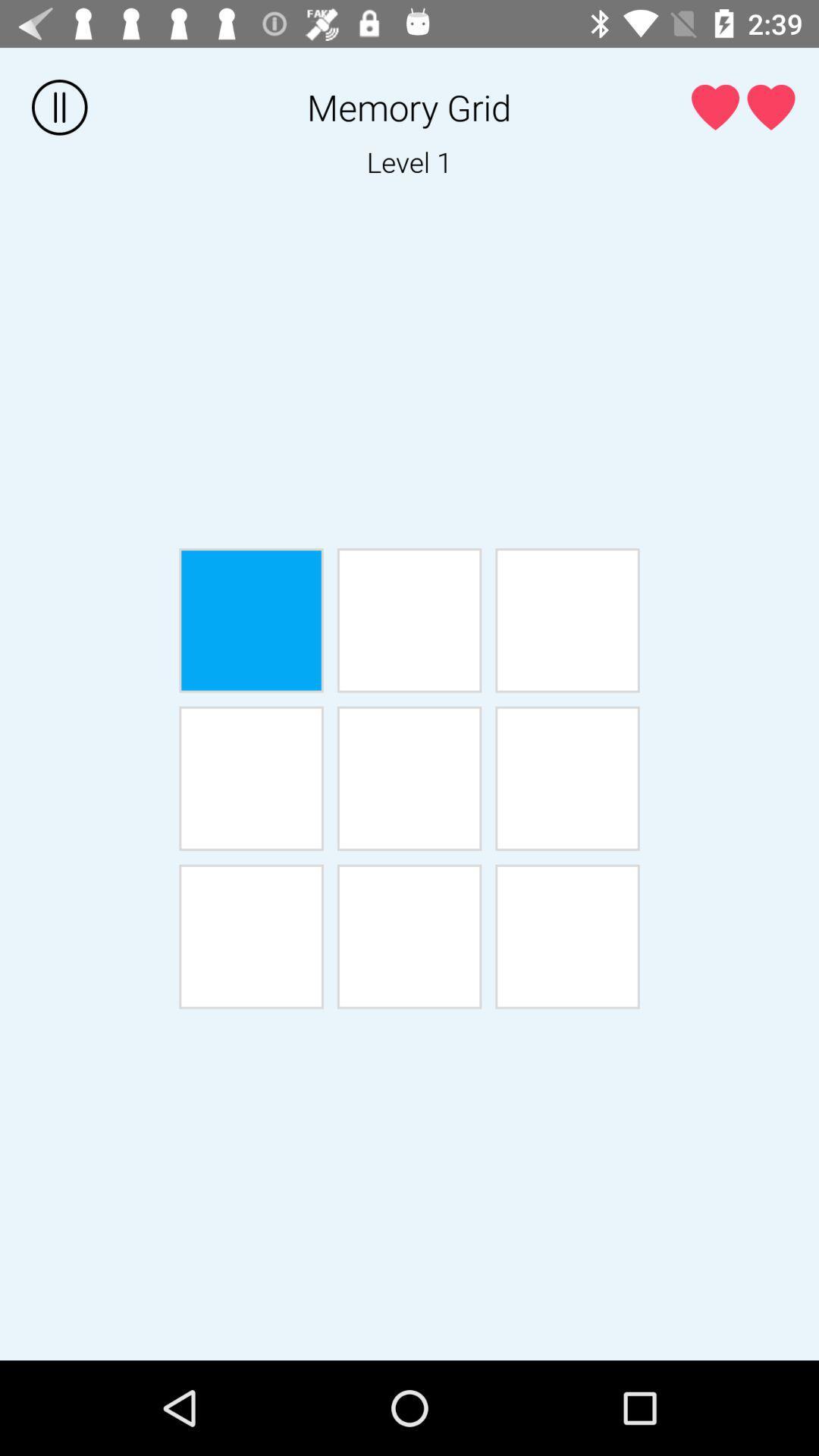 This screenshot has height=1456, width=819. What do you see at coordinates (250, 936) in the screenshot?
I see `reveal` at bounding box center [250, 936].